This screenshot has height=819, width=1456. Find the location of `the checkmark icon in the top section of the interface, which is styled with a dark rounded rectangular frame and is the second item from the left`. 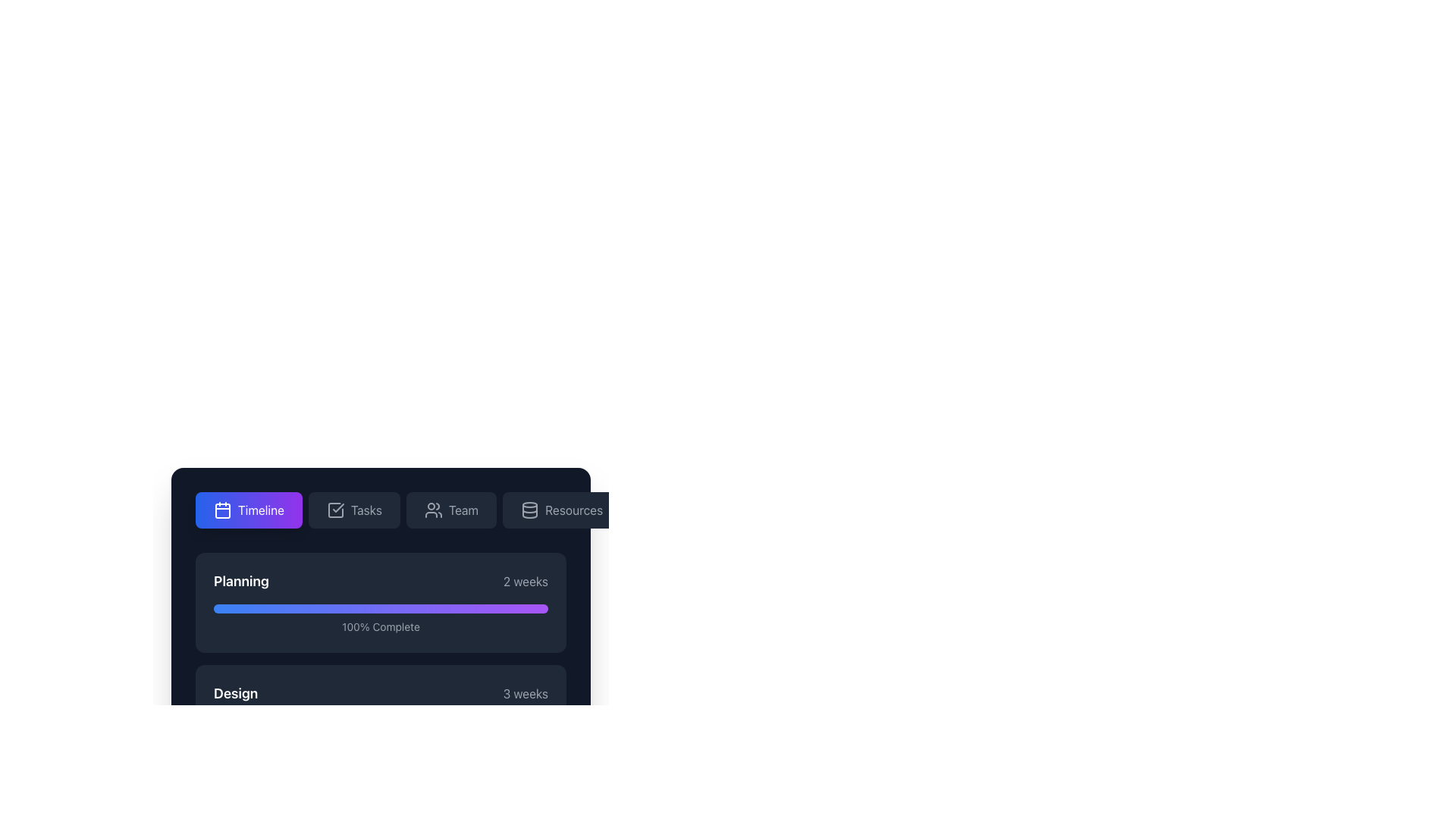

the checkmark icon in the top section of the interface, which is styled with a dark rounded rectangular frame and is the second item from the left is located at coordinates (334, 510).